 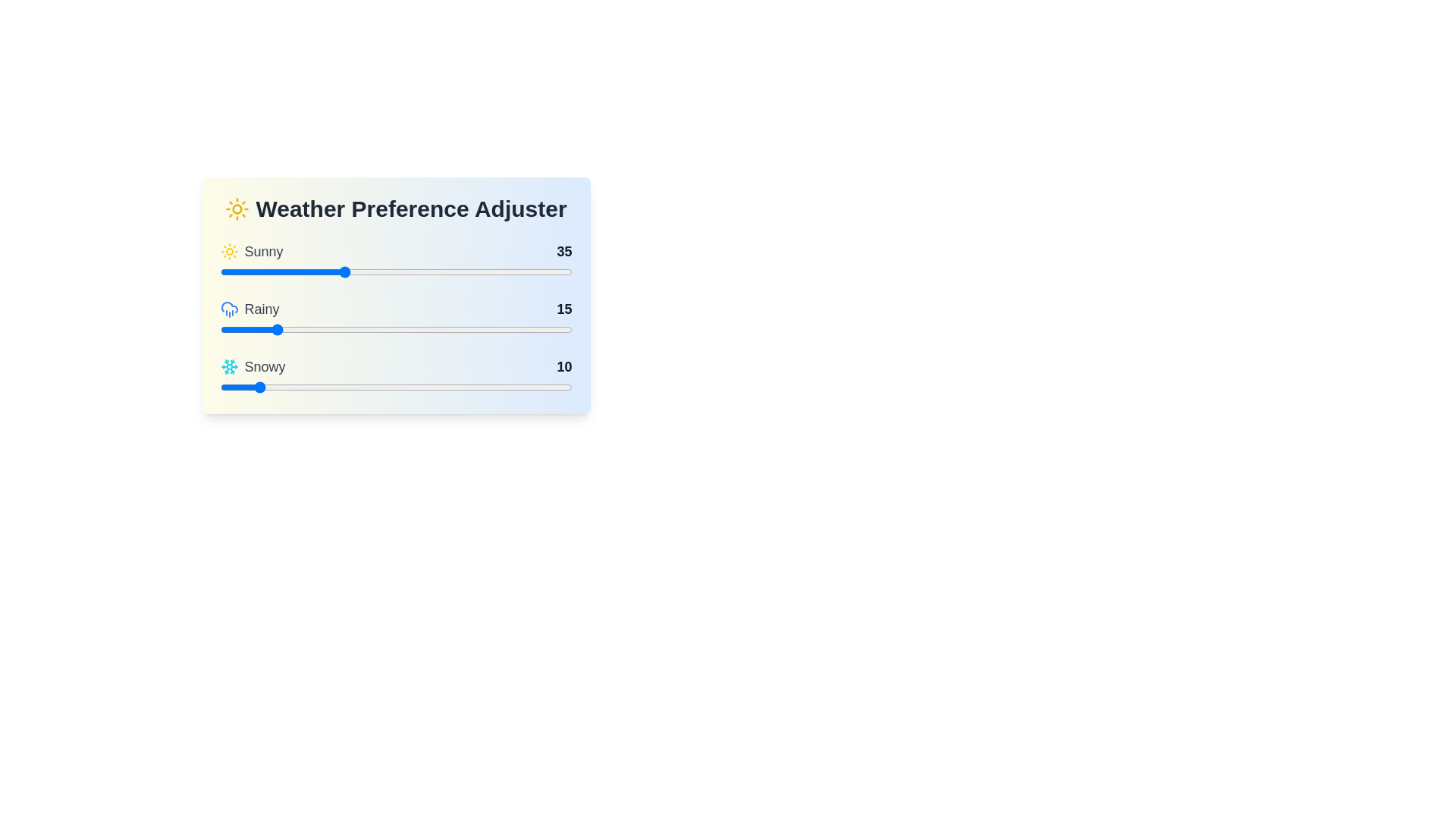 I want to click on the 'Snowy' slider to a value of 21, so click(x=294, y=386).